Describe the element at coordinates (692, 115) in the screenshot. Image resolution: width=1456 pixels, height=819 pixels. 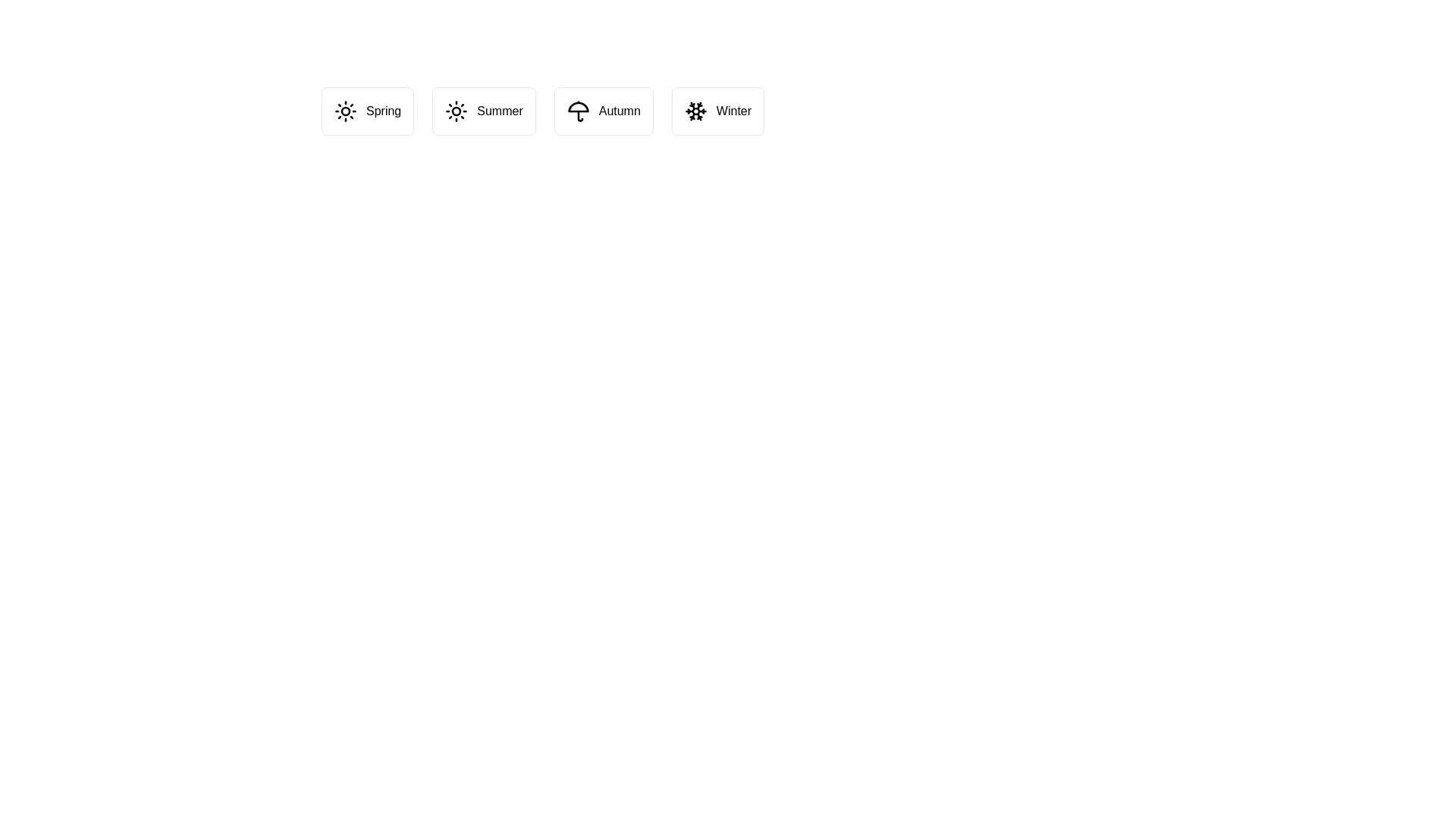
I see `the lower arm segment of the snowflake icon within the 'Winter' button located at the rightmost position of the button row` at that location.